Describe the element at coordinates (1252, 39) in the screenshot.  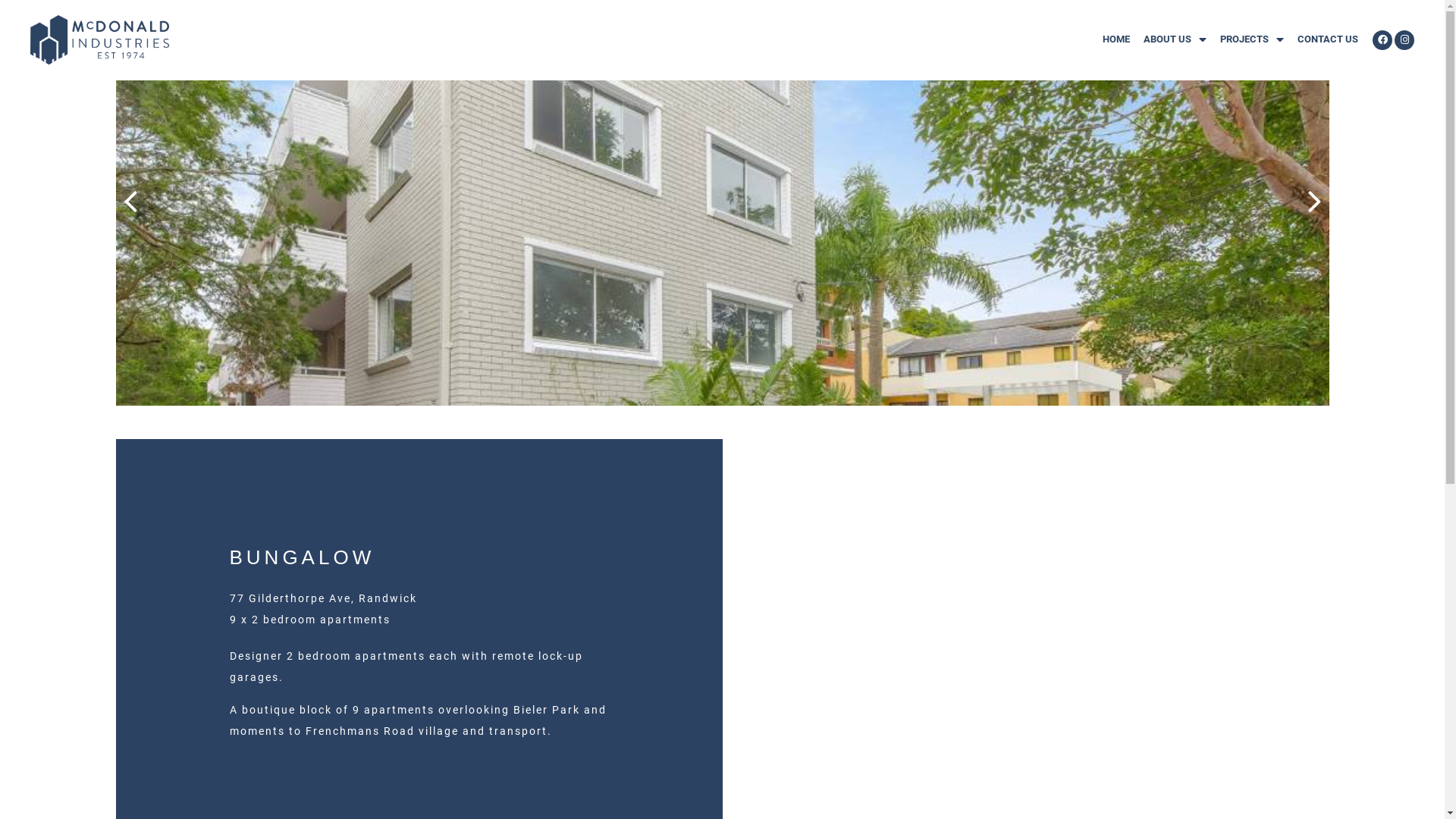
I see `'PROJECTS'` at that location.